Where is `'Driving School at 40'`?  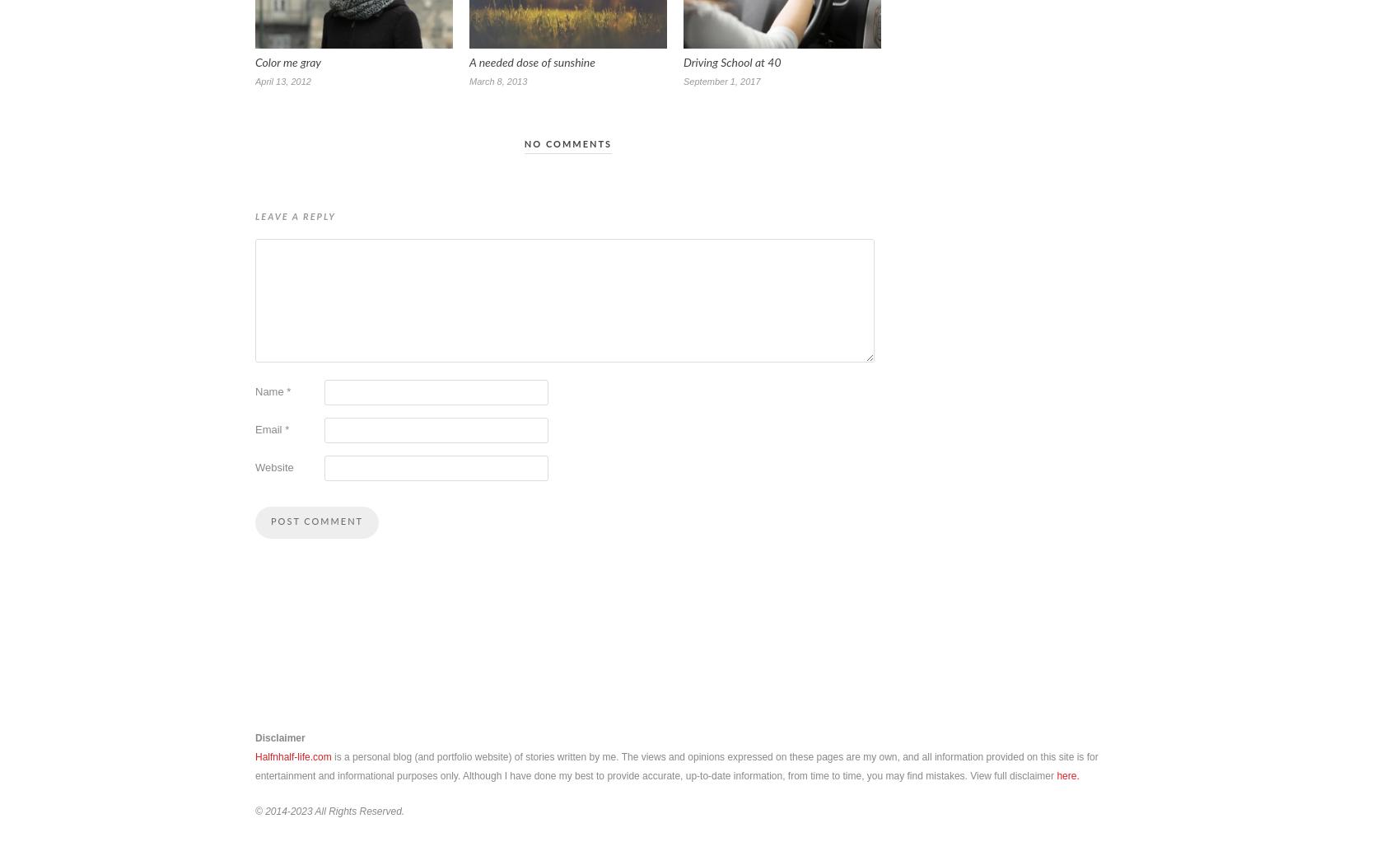
'Driving School at 40' is located at coordinates (731, 62).